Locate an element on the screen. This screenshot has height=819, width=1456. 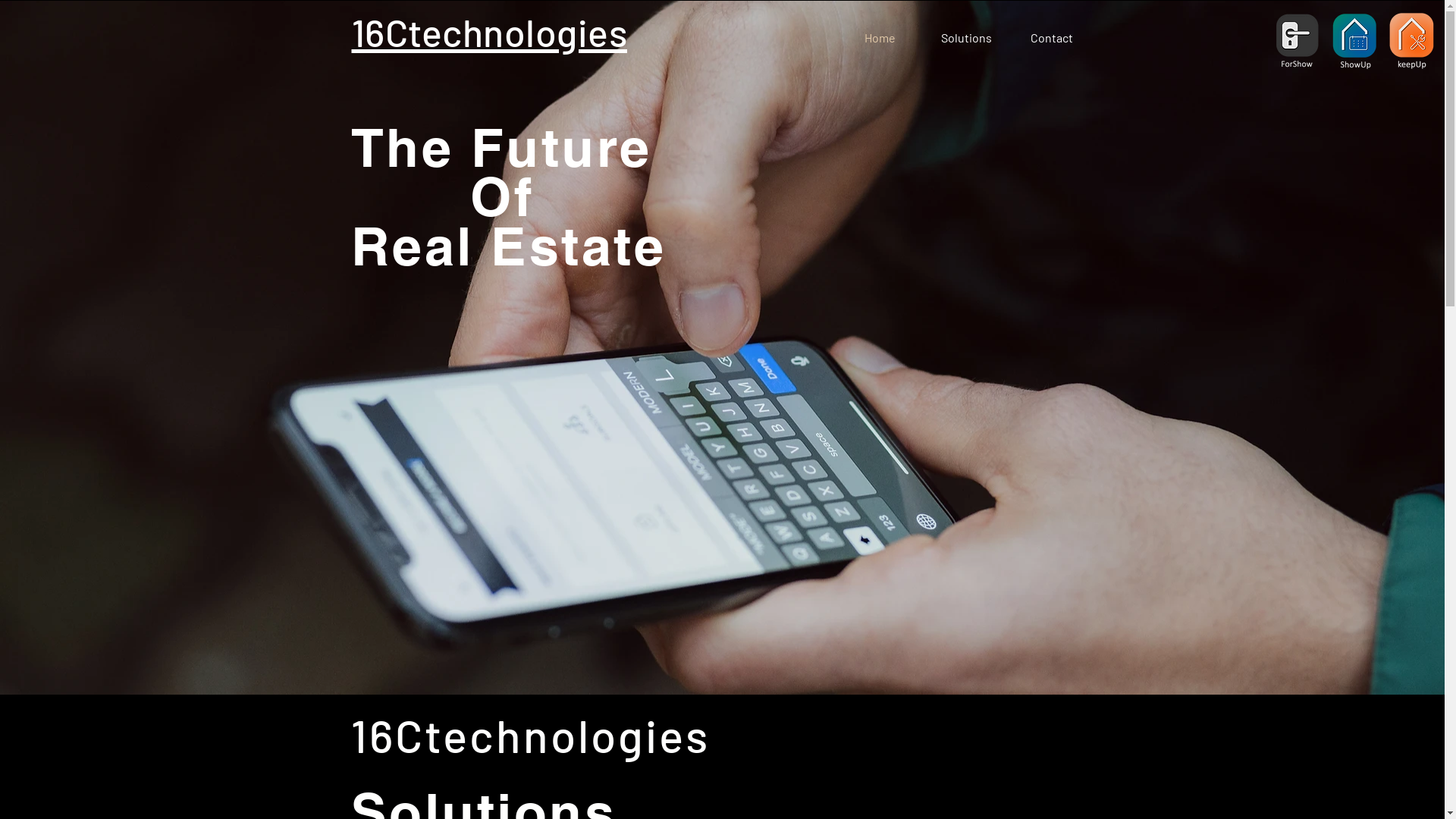
'keepup logo.png' is located at coordinates (1411, 37).